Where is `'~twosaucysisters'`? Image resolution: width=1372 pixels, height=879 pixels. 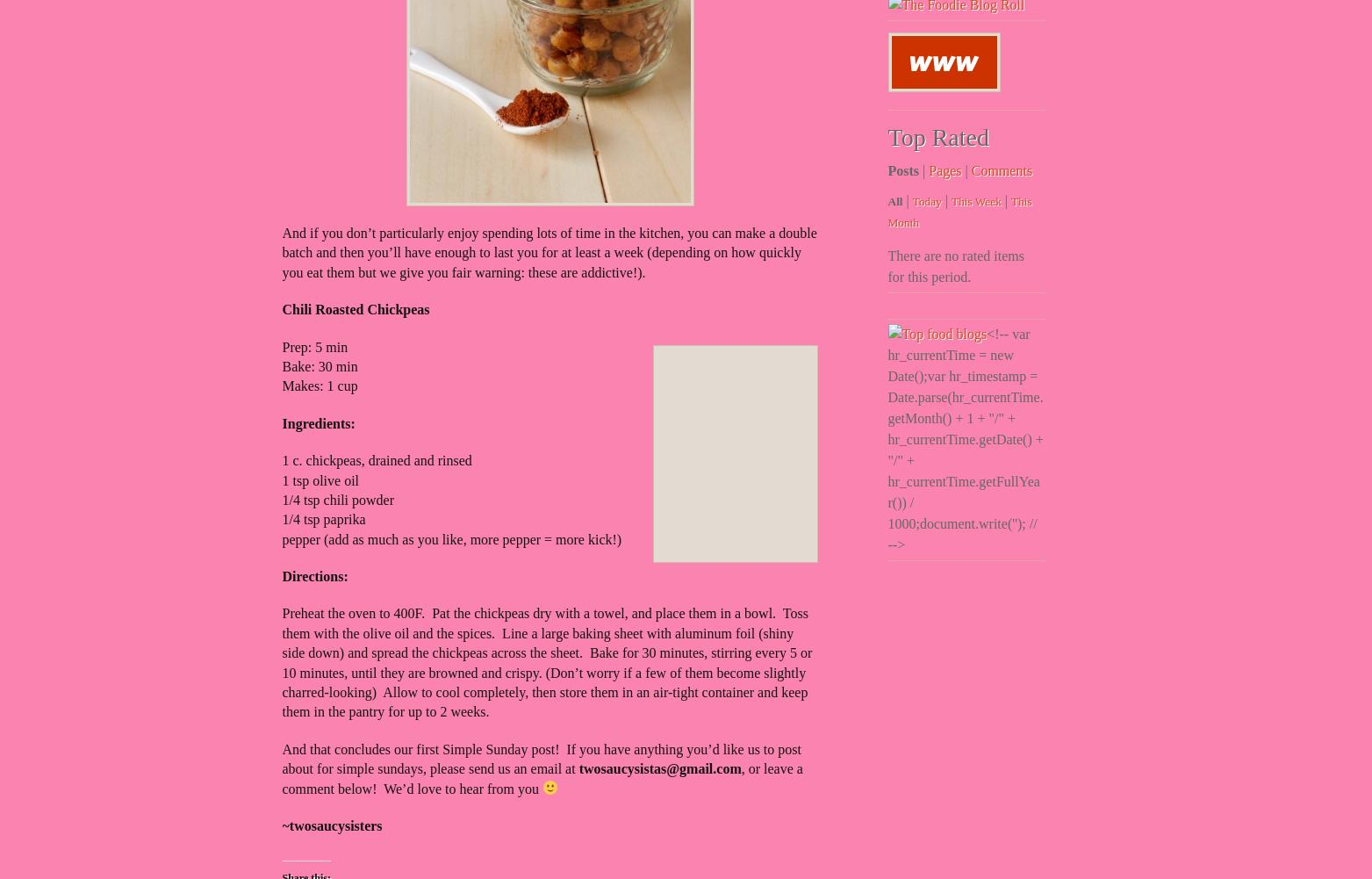
'~twosaucysisters' is located at coordinates (331, 824).